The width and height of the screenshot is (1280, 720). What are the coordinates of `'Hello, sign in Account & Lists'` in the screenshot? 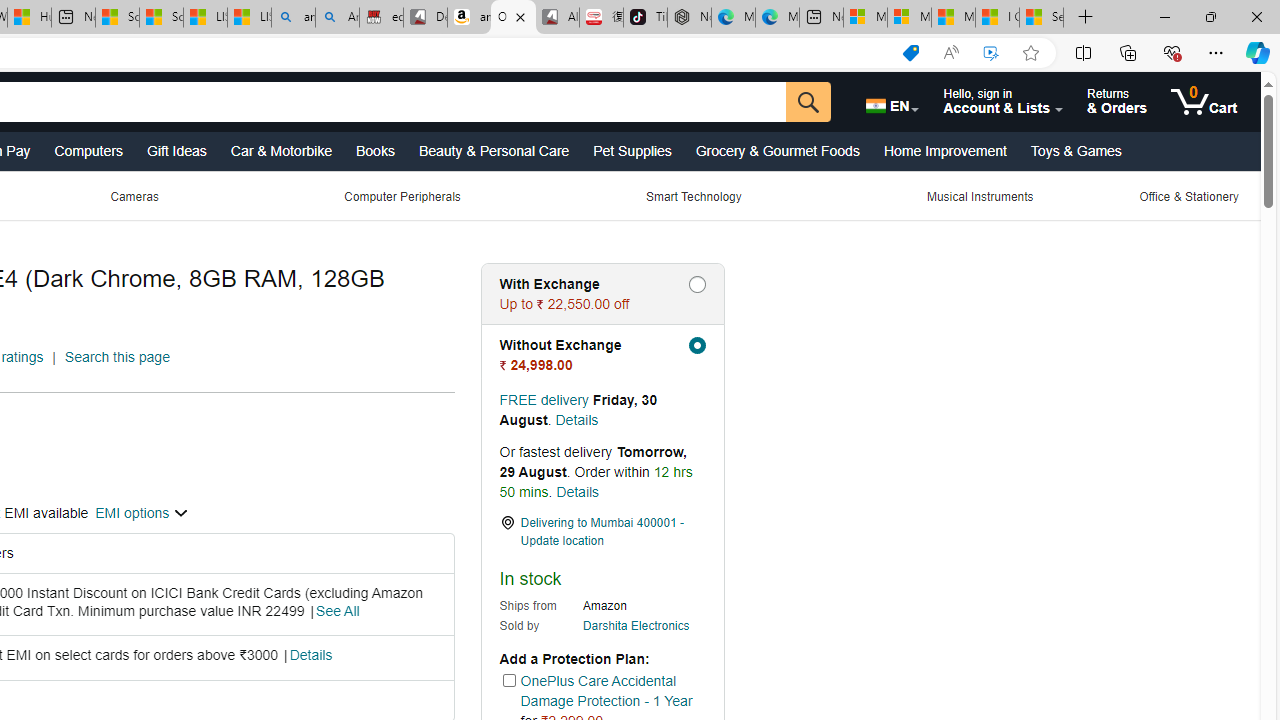 It's located at (1003, 101).